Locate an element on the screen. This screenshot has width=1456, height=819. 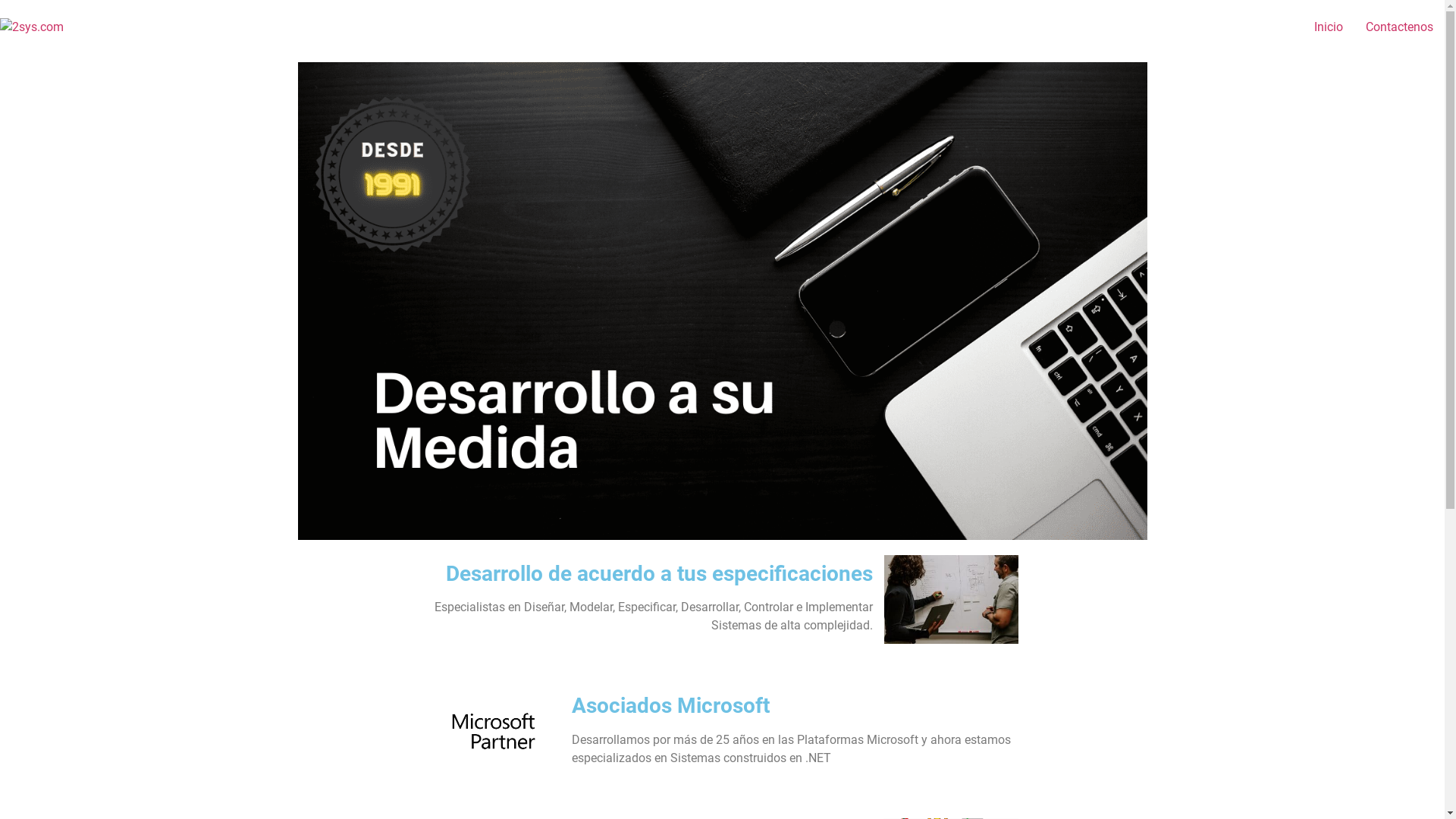
'Inicio' is located at coordinates (721, 79).